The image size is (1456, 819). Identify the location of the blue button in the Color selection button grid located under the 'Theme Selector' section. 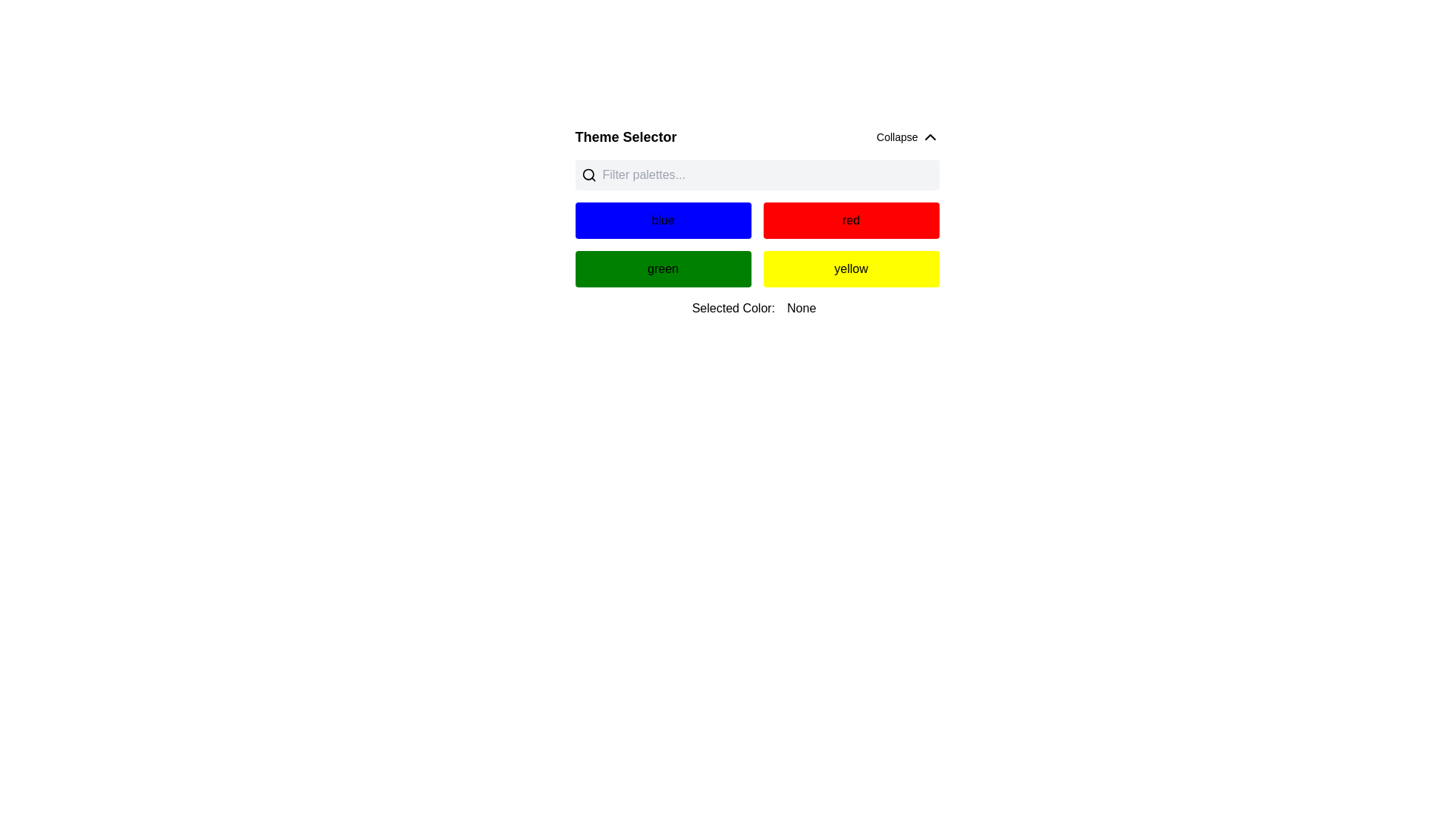
(757, 222).